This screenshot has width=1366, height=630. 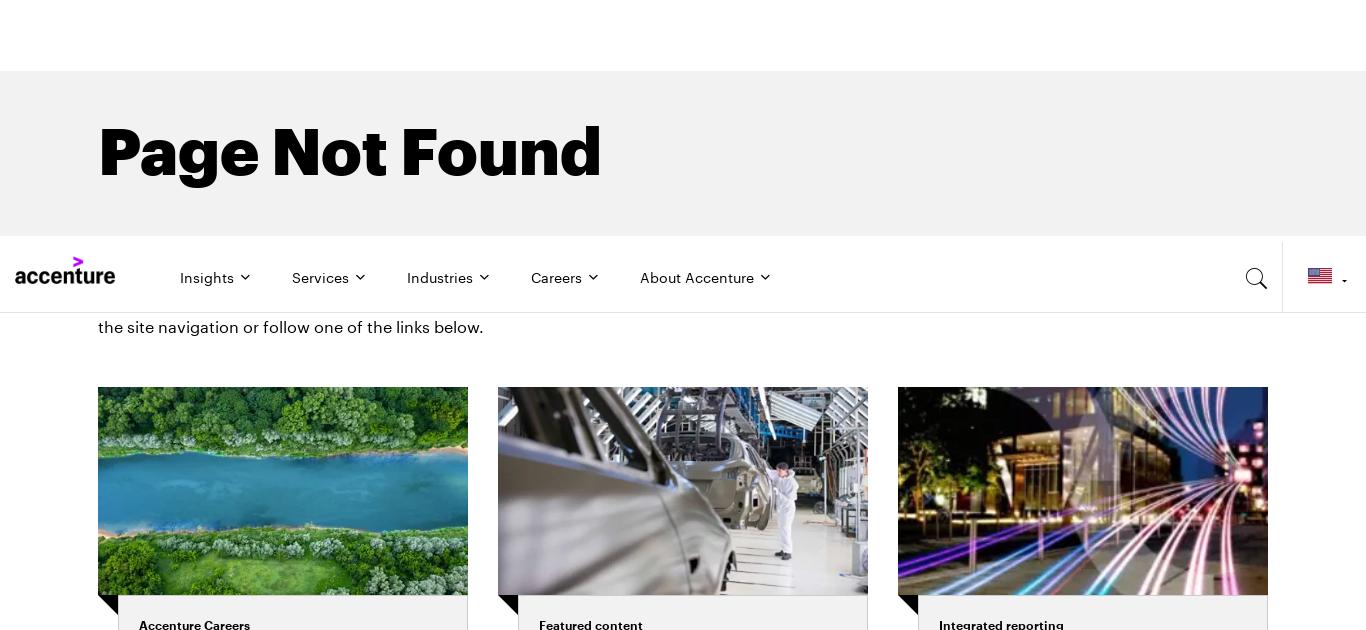 What do you see at coordinates (773, 55) in the screenshot?
I see `'search functionality'` at bounding box center [773, 55].